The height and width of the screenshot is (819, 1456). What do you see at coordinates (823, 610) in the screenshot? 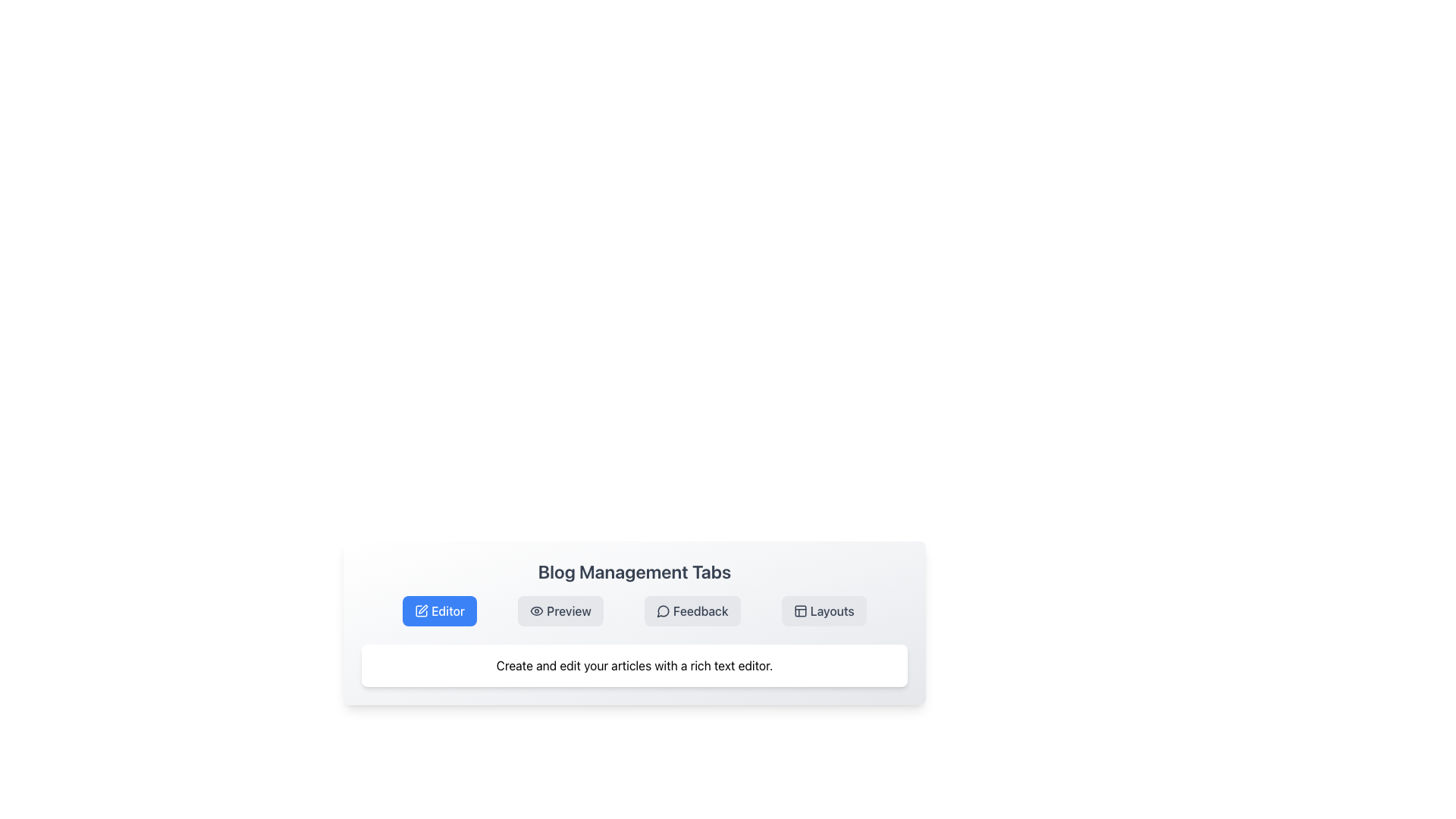
I see `the 'Layouts' button, which is the last button in a horizontal menu bar with a gray background and a rounded rectangular shape` at bounding box center [823, 610].